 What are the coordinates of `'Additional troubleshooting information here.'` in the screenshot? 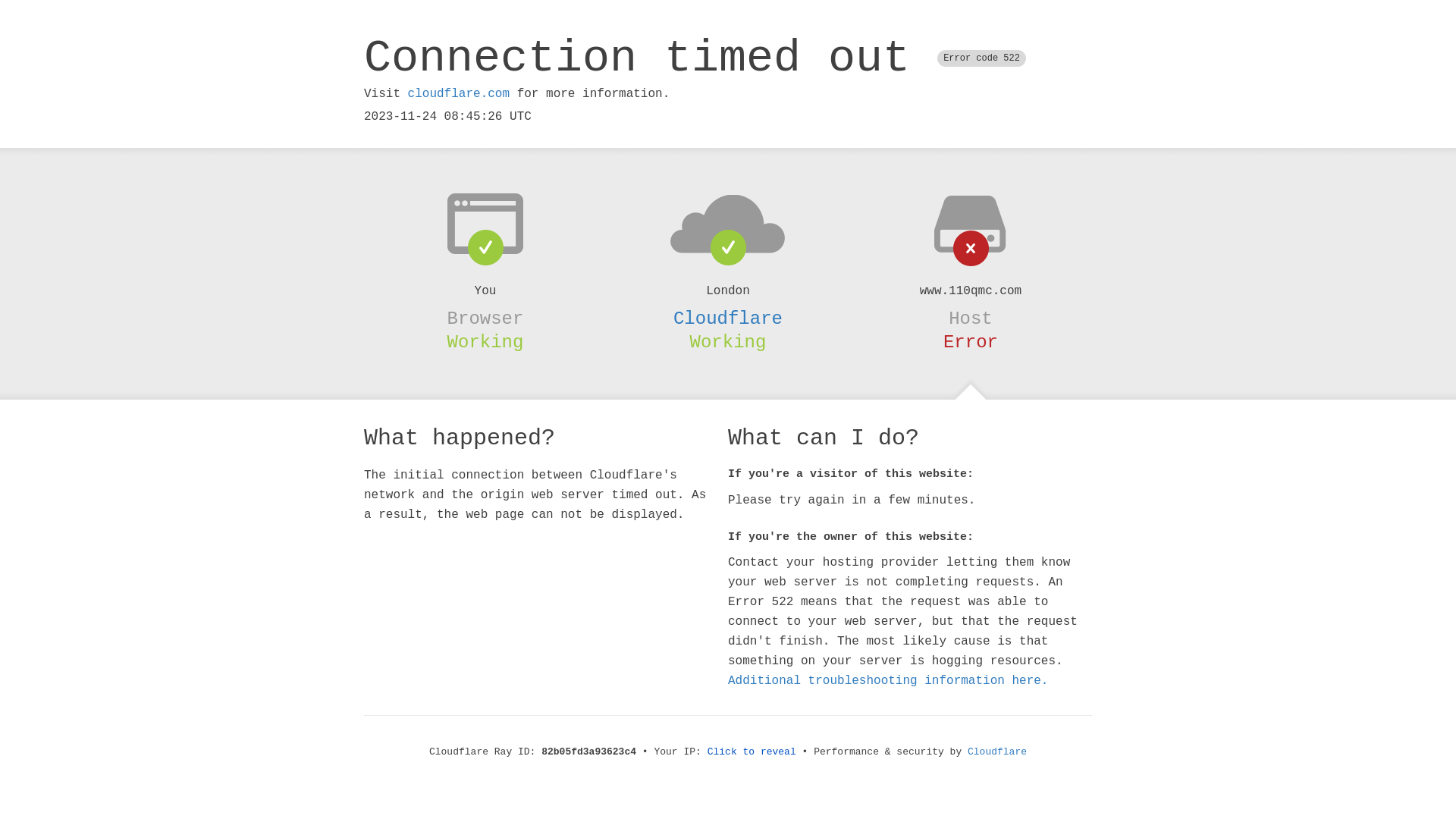 It's located at (728, 680).